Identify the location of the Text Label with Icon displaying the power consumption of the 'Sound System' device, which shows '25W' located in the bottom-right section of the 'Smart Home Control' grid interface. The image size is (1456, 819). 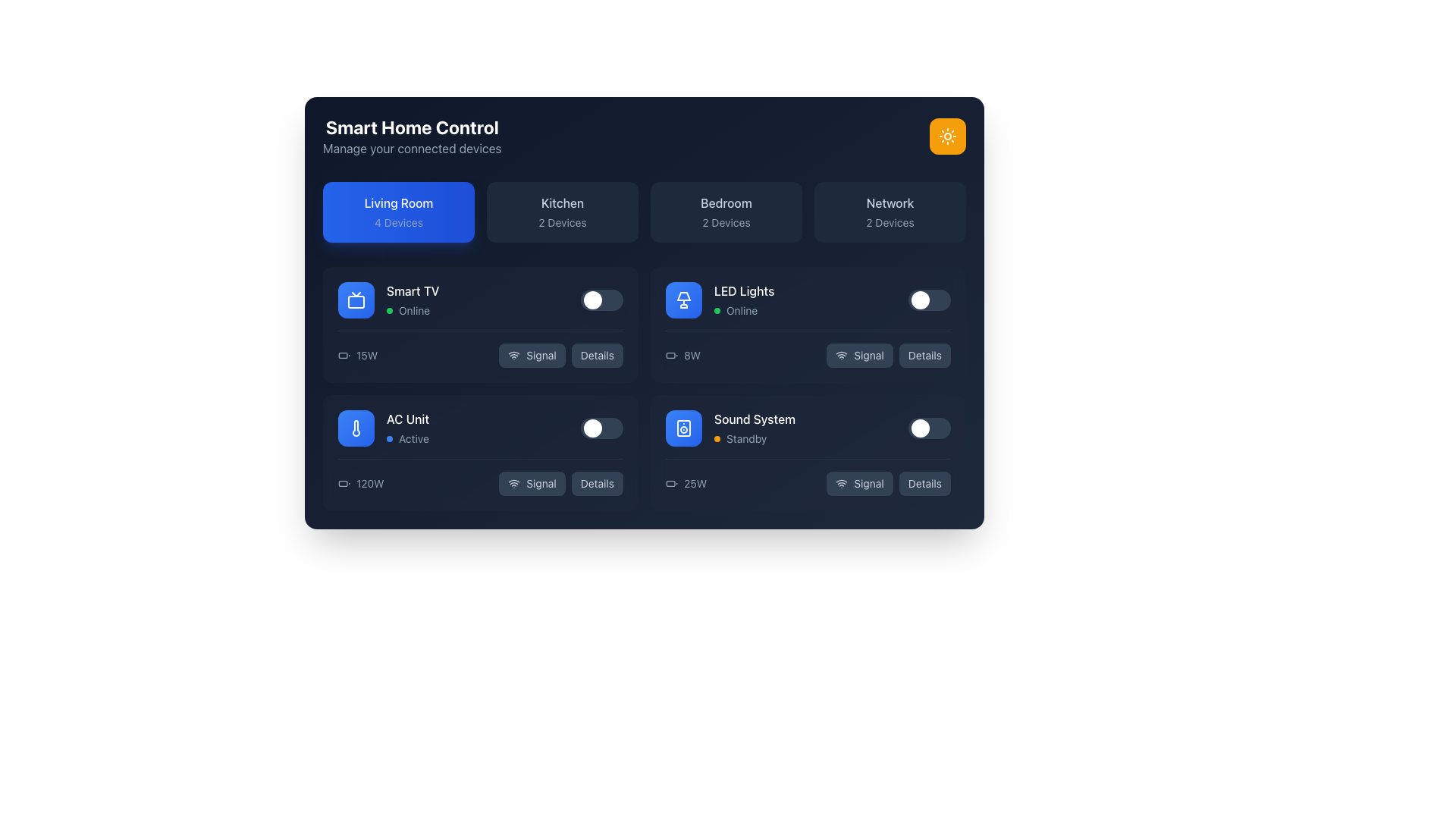
(686, 483).